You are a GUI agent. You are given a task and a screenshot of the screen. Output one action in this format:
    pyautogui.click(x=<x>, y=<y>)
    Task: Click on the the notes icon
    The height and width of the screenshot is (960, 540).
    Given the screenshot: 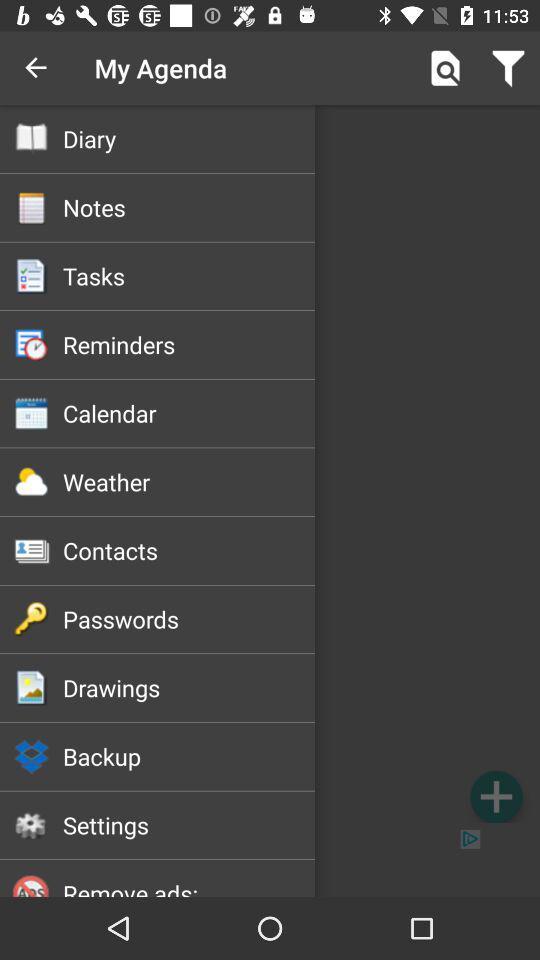 What is the action you would take?
    pyautogui.click(x=189, y=207)
    